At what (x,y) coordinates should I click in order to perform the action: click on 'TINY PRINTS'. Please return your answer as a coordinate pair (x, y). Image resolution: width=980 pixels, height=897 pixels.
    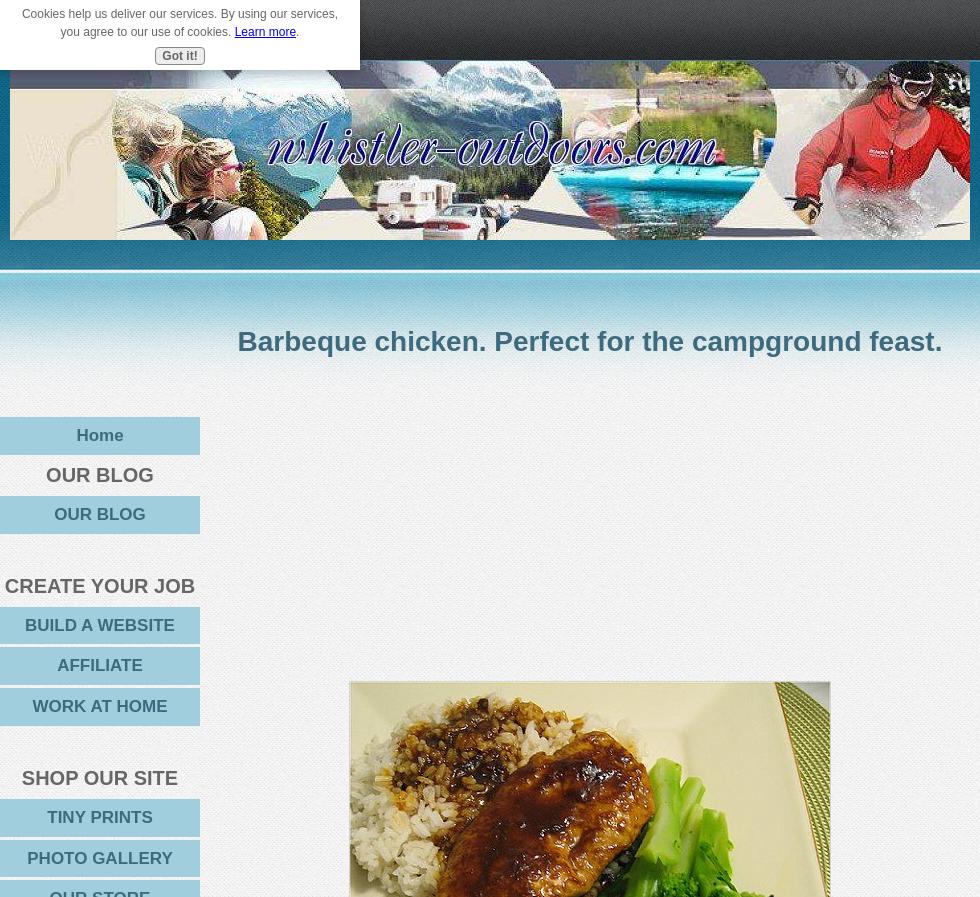
    Looking at the image, I should click on (99, 816).